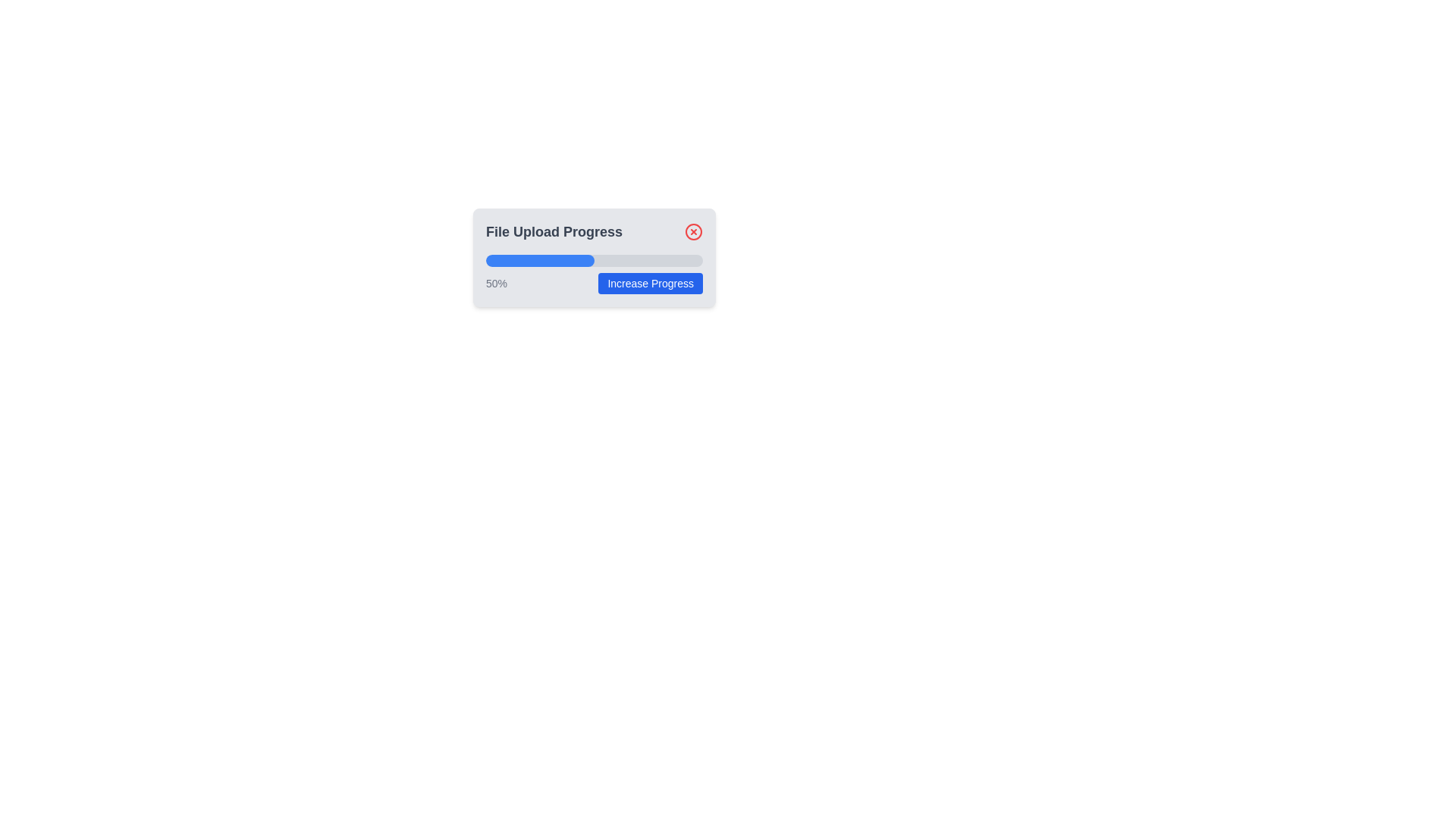 The image size is (1456, 819). I want to click on the progress bar that visually represents a task's completion level, currently showing 50% progress, located within a gray card, so click(593, 259).